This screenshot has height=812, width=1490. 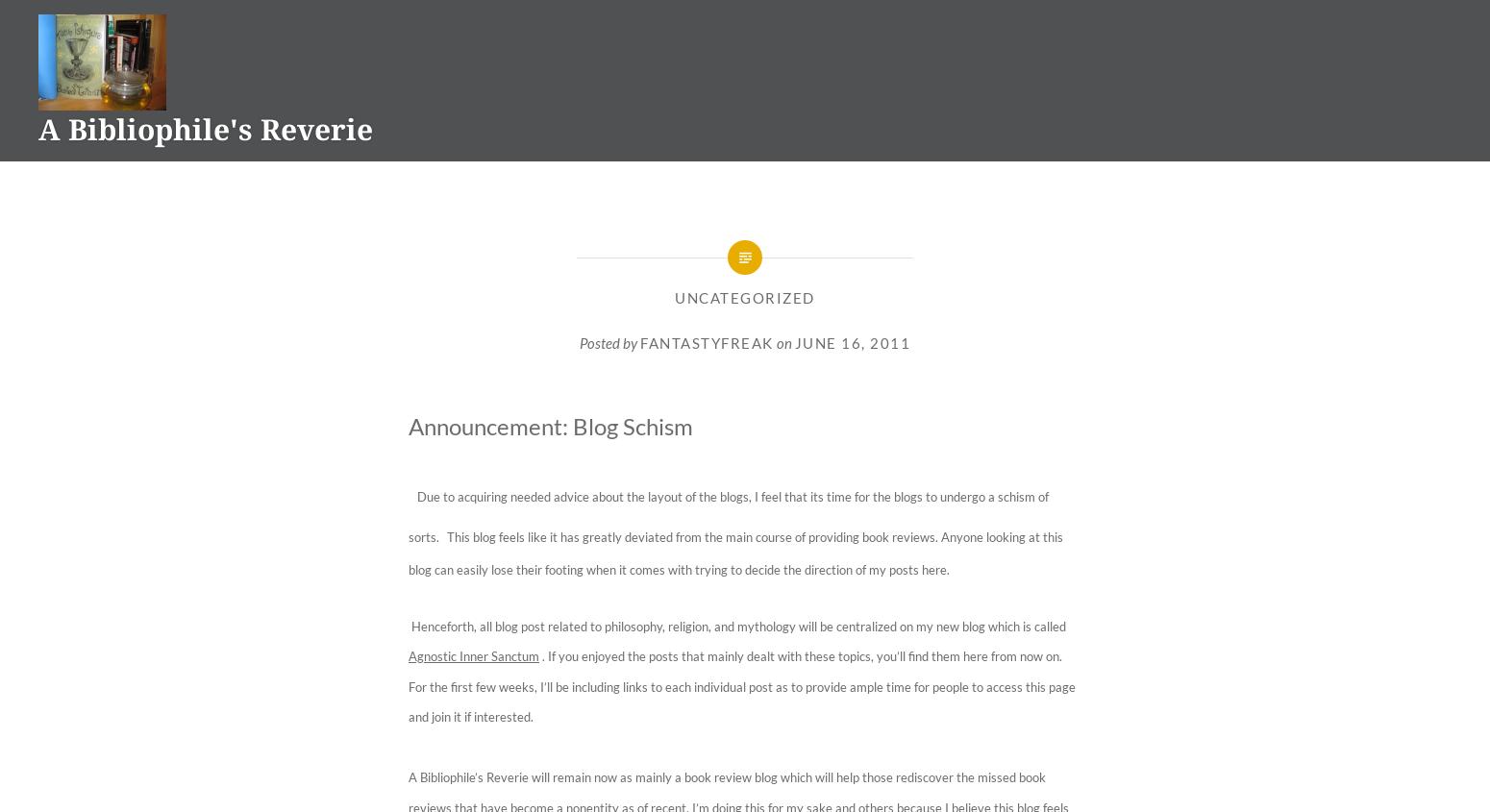 What do you see at coordinates (473, 655) in the screenshot?
I see `'Agnostic Inner Sanctum'` at bounding box center [473, 655].